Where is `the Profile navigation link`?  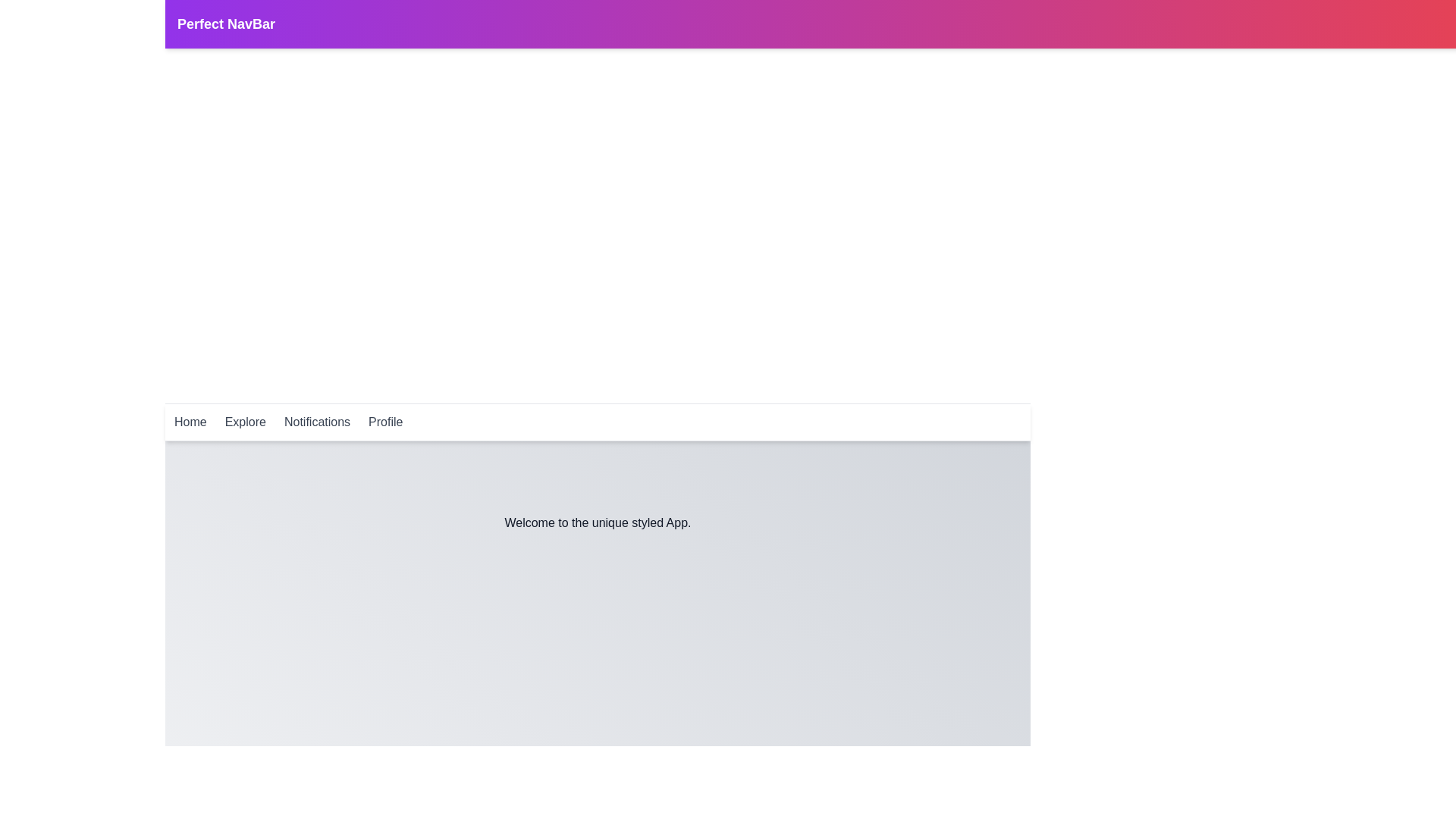 the Profile navigation link is located at coordinates (385, 422).